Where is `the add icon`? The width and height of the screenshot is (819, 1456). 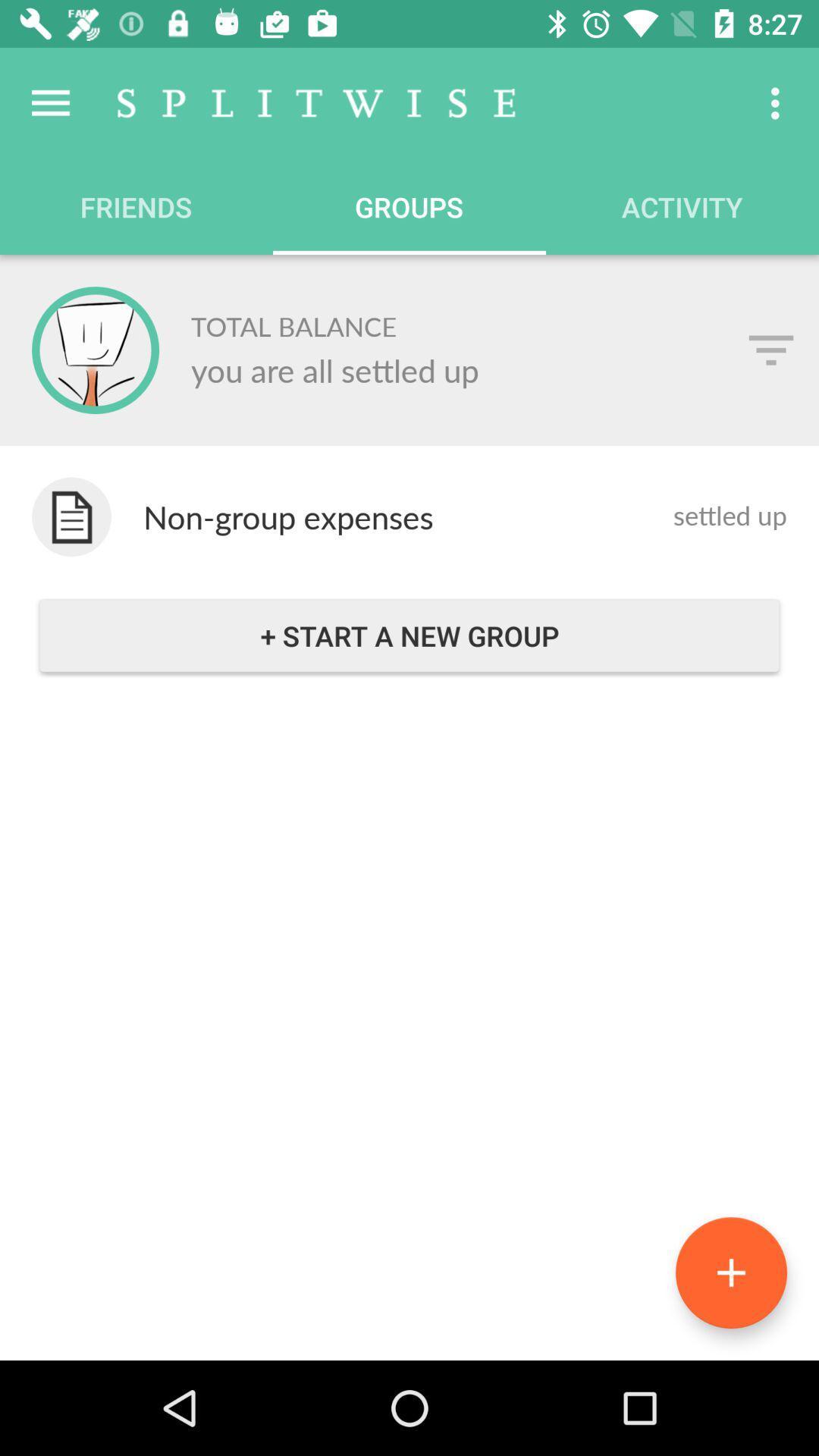 the add icon is located at coordinates (730, 1272).